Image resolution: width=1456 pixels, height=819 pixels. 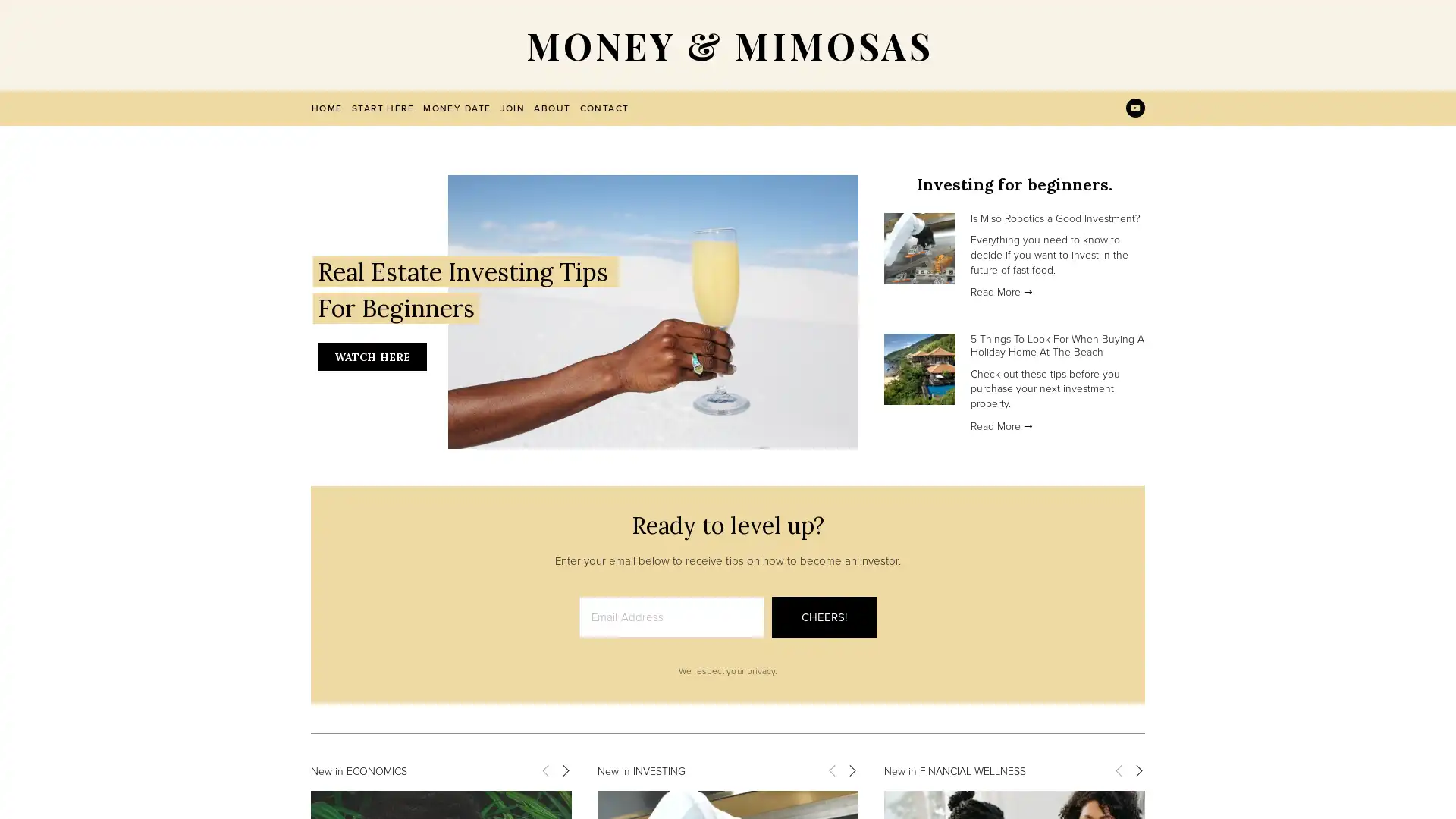 I want to click on Previous, so click(x=831, y=769).